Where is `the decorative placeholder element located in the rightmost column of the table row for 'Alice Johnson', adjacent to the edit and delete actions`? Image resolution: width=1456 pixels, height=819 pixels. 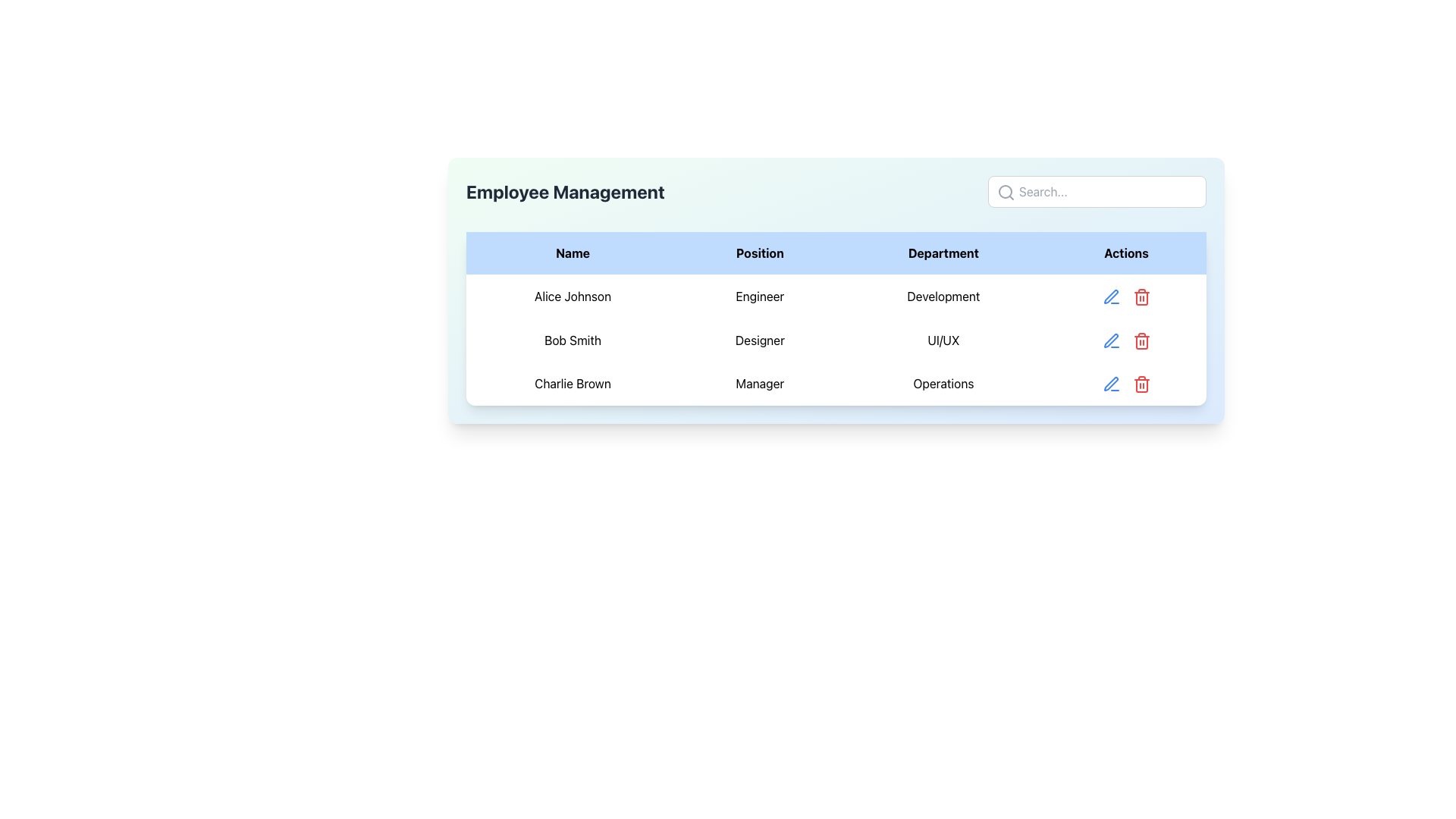
the decorative placeholder element located in the rightmost column of the table row for 'Alice Johnson', adjacent to the edit and delete actions is located at coordinates (1126, 296).